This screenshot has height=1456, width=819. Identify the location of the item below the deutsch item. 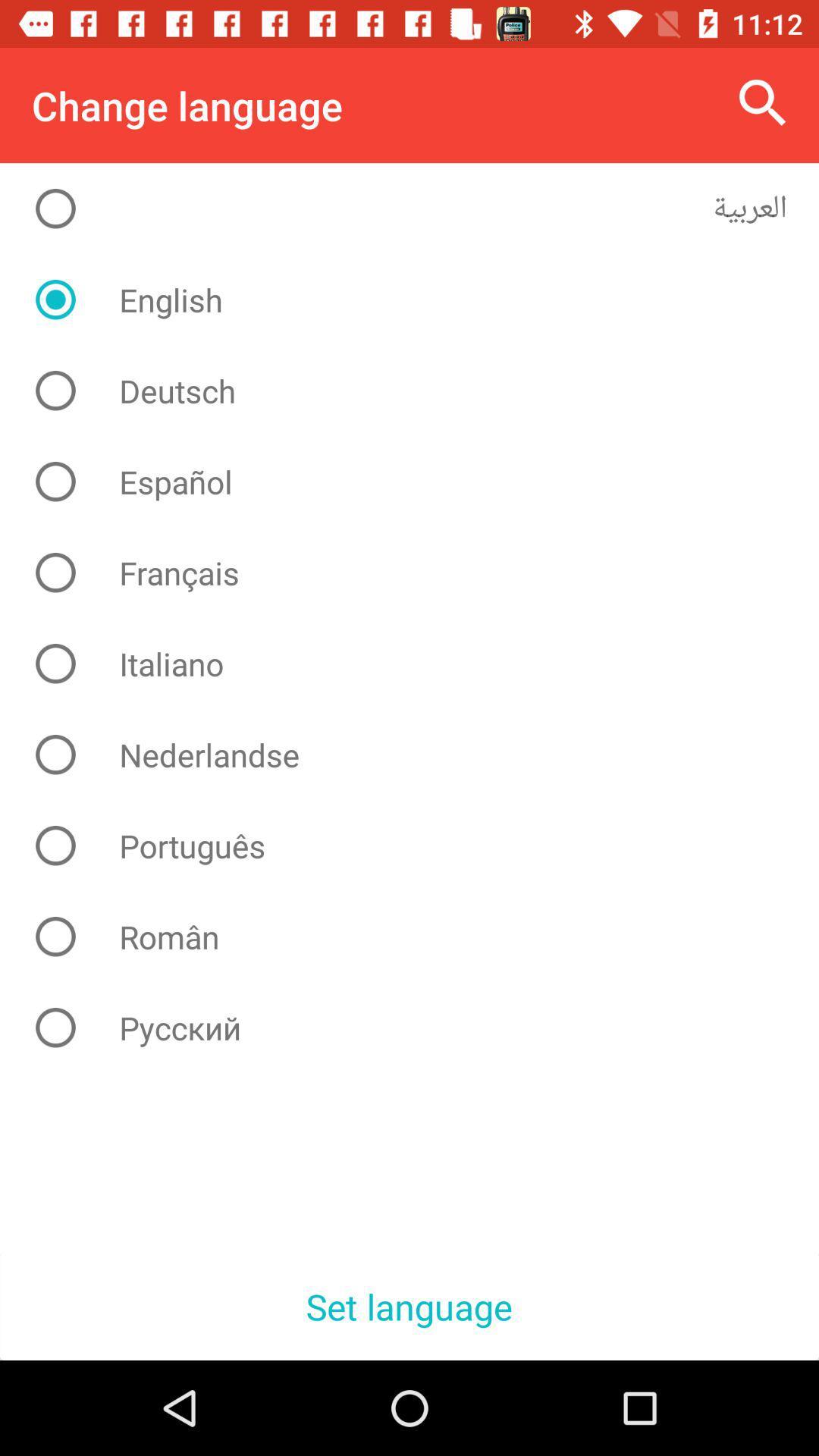
(421, 481).